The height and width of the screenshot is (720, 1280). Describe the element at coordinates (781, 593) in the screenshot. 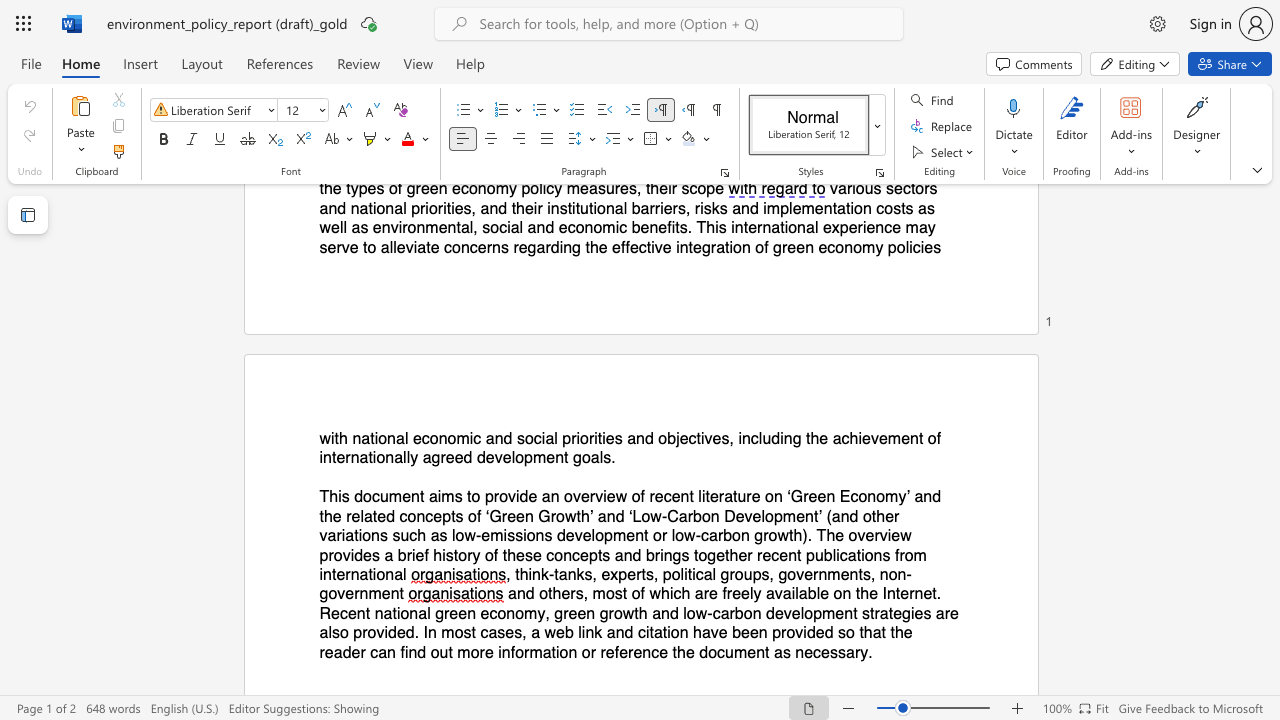

I see `the subset text "ailable on the Internet. Recent national green economy, green growth and low‐carbon development strategies are also provided. In most cases, a web link and citation have been pro" within the text "and others, most of which are freely available on the Internet. Recent national green economy, green growth and low‐carbon development strategies are also provided. In most cases, a web link and citation have been provided so that the reader can find out more information or reference the"` at that location.